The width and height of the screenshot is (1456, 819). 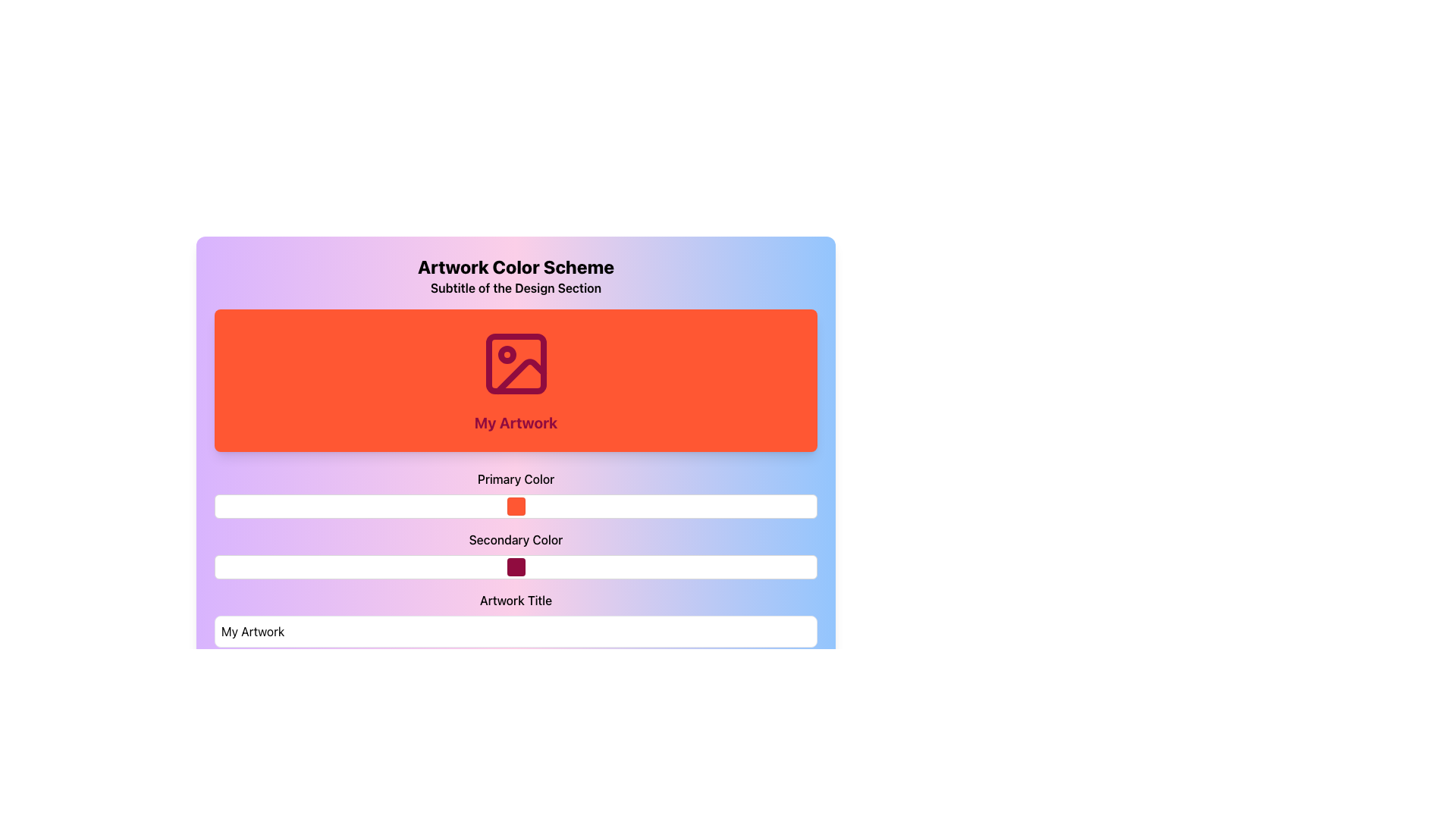 I want to click on the large, bold header text 'Artwork Color Scheme' located at the upper section of the interface, which is styled in black against a gradient background, so click(x=516, y=265).